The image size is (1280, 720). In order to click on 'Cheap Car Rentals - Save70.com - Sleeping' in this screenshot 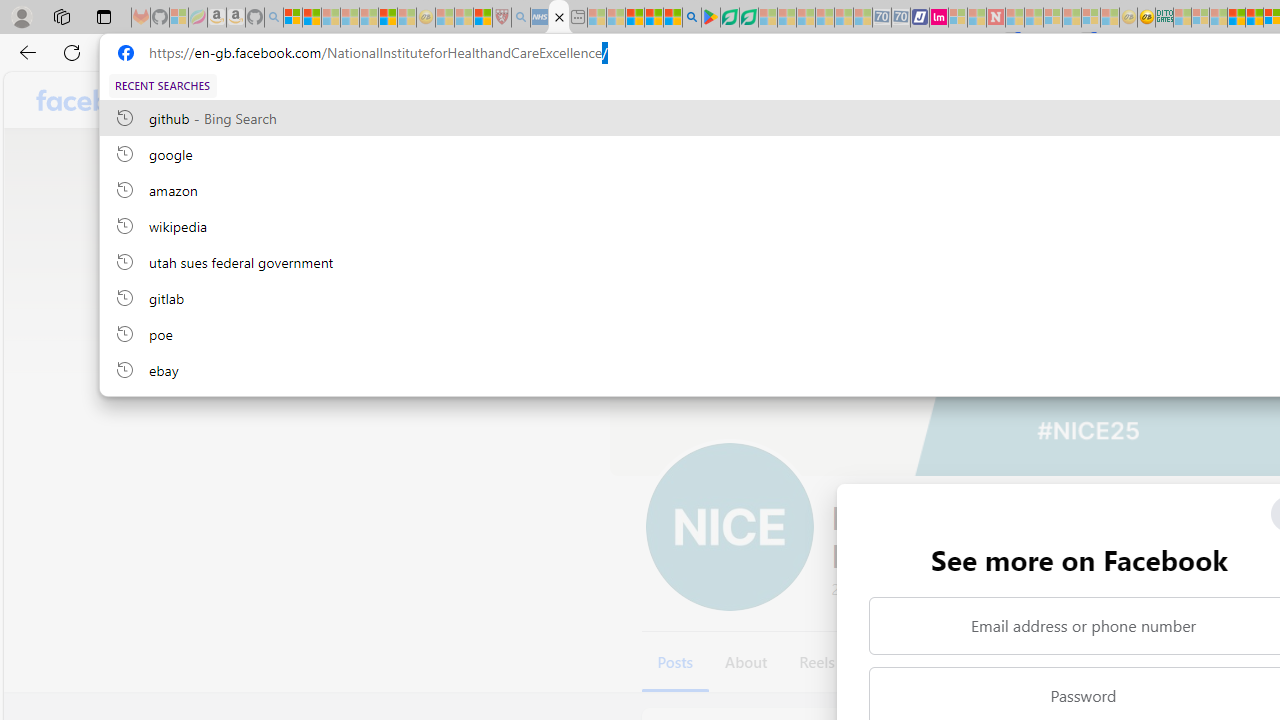, I will do `click(880, 17)`.